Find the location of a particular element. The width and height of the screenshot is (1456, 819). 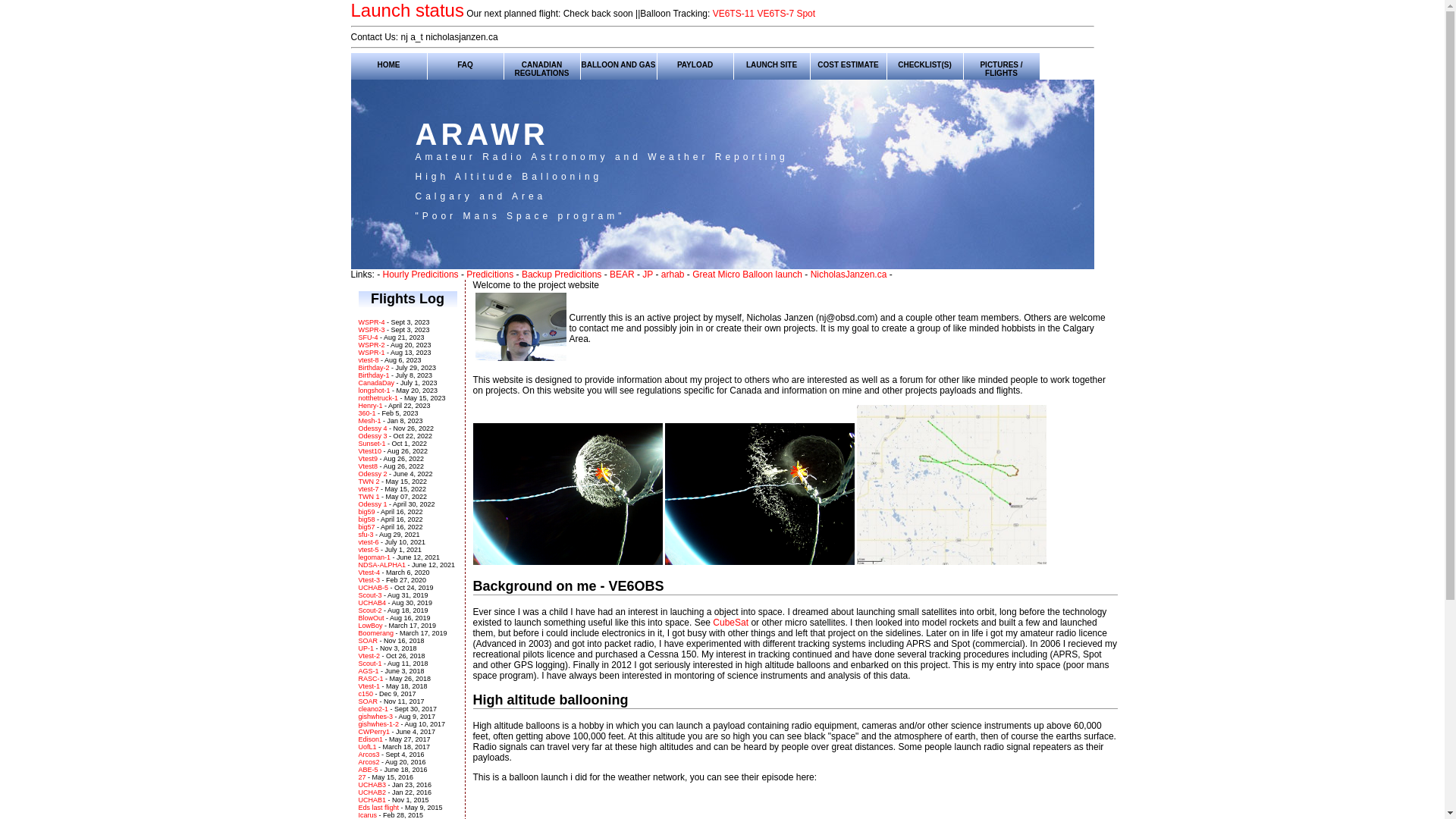

'big59' is located at coordinates (366, 512).